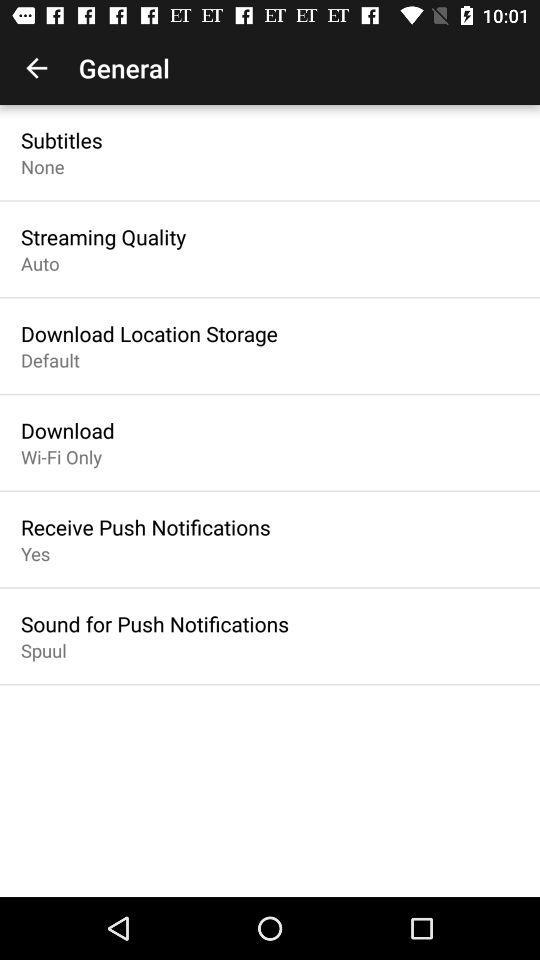  Describe the element at coordinates (61, 139) in the screenshot. I see `icon above none item` at that location.